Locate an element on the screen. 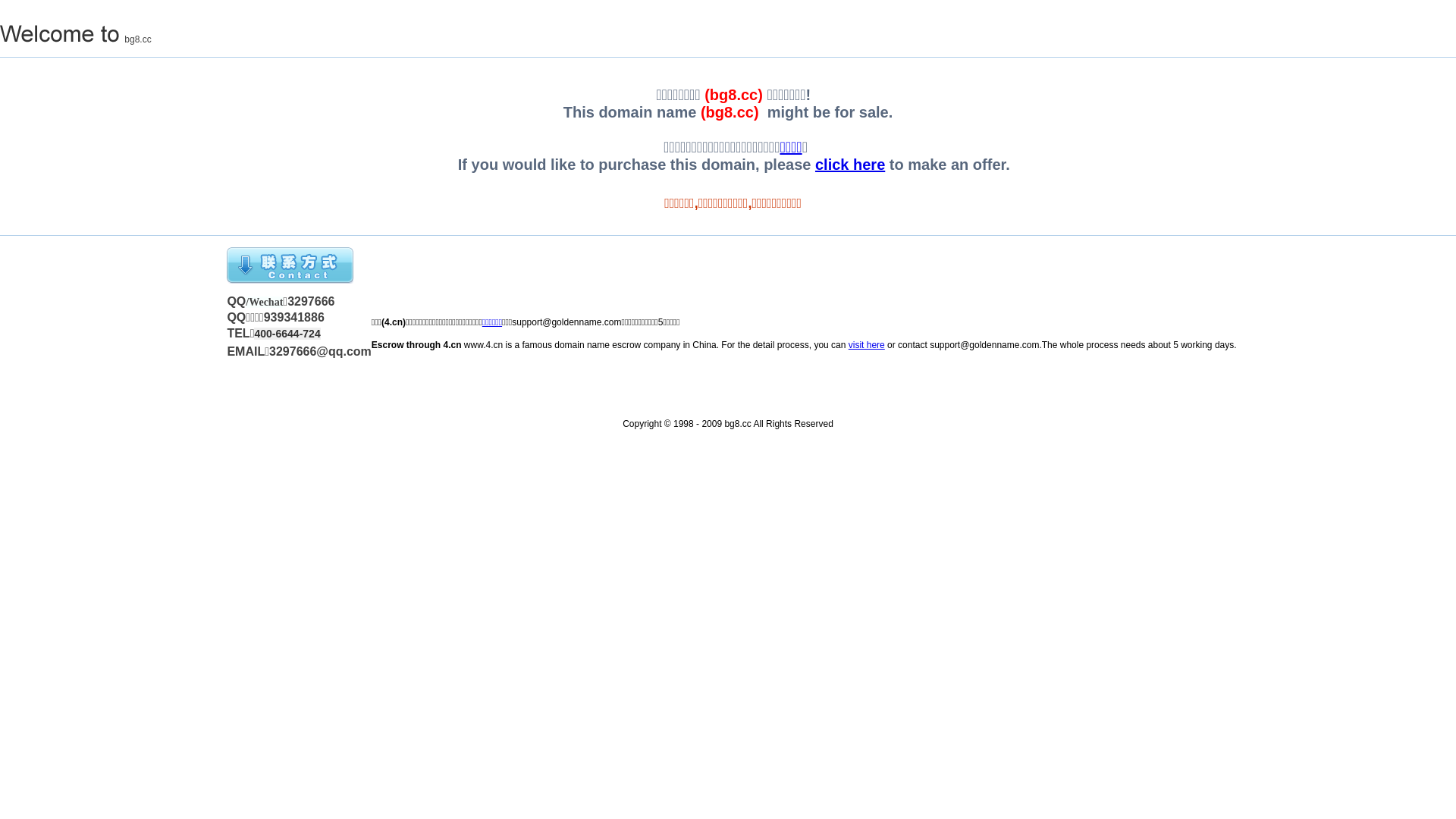 Image resolution: width=1456 pixels, height=819 pixels. 'visit here' is located at coordinates (847, 345).